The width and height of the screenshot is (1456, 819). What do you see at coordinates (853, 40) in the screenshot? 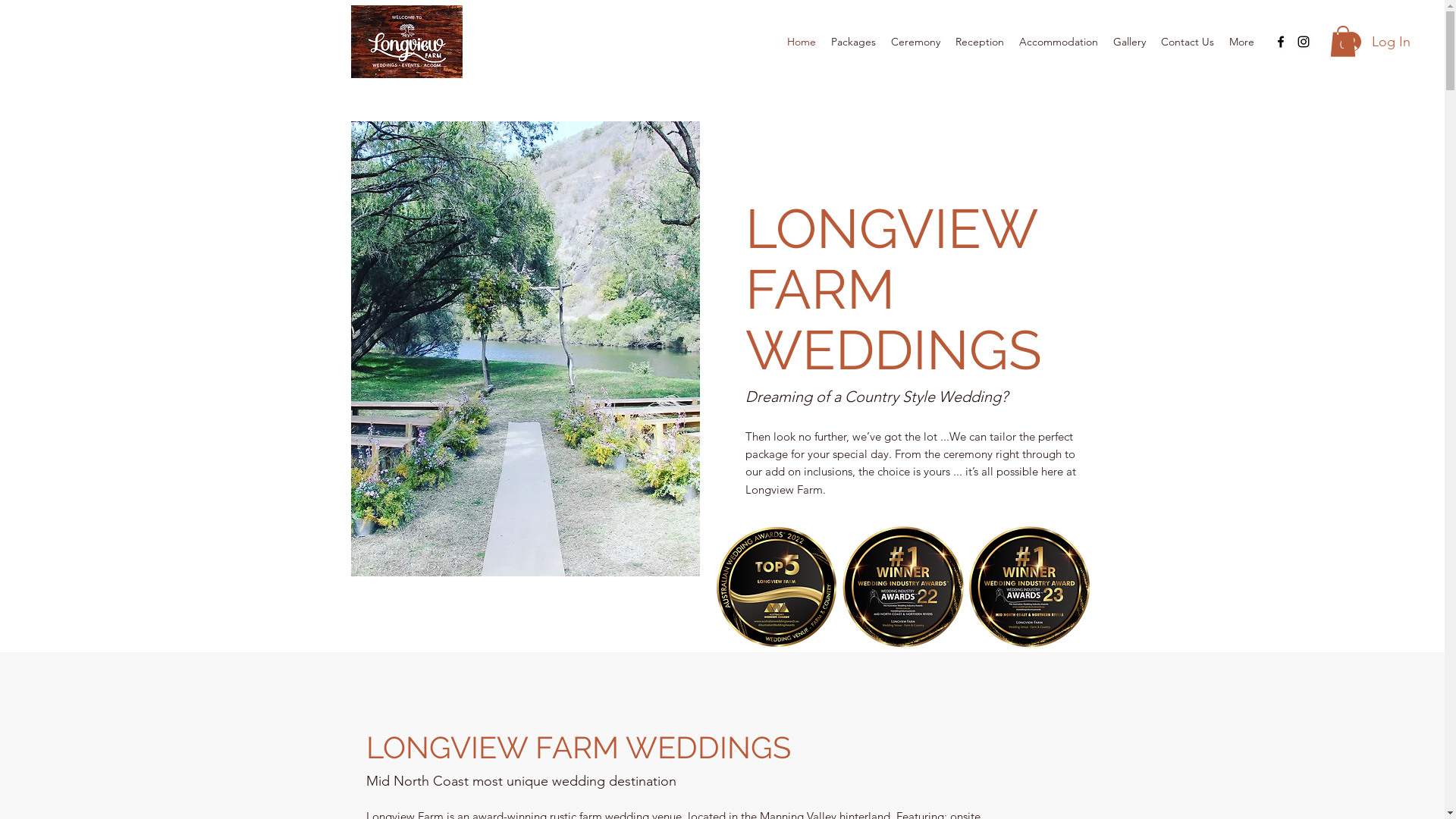
I see `'Packages'` at bounding box center [853, 40].